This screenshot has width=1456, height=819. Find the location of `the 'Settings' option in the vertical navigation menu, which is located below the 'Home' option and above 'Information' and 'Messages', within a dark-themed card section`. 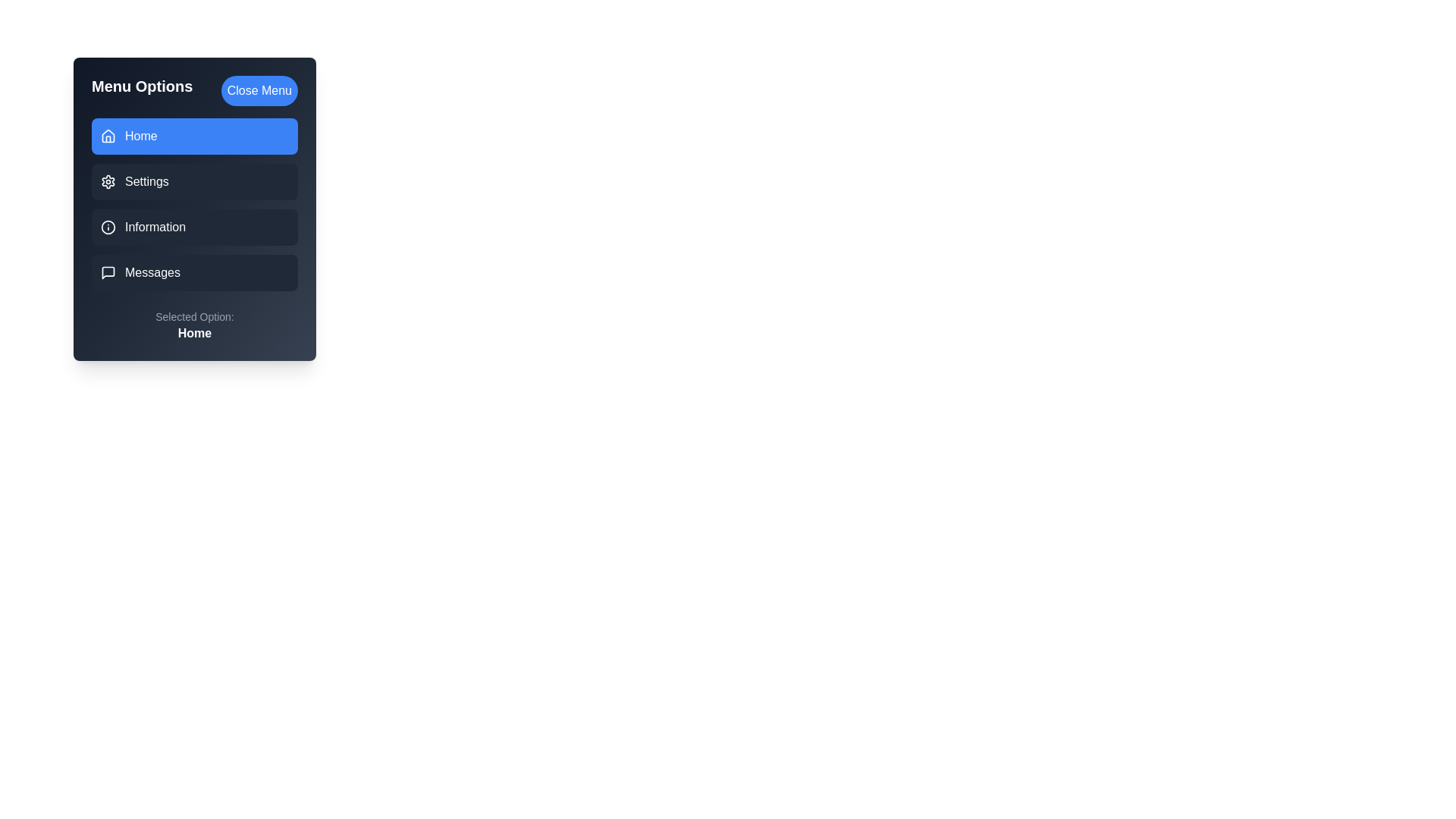

the 'Settings' option in the vertical navigation menu, which is located below the 'Home' option and above 'Information' and 'Messages', within a dark-themed card section is located at coordinates (194, 205).